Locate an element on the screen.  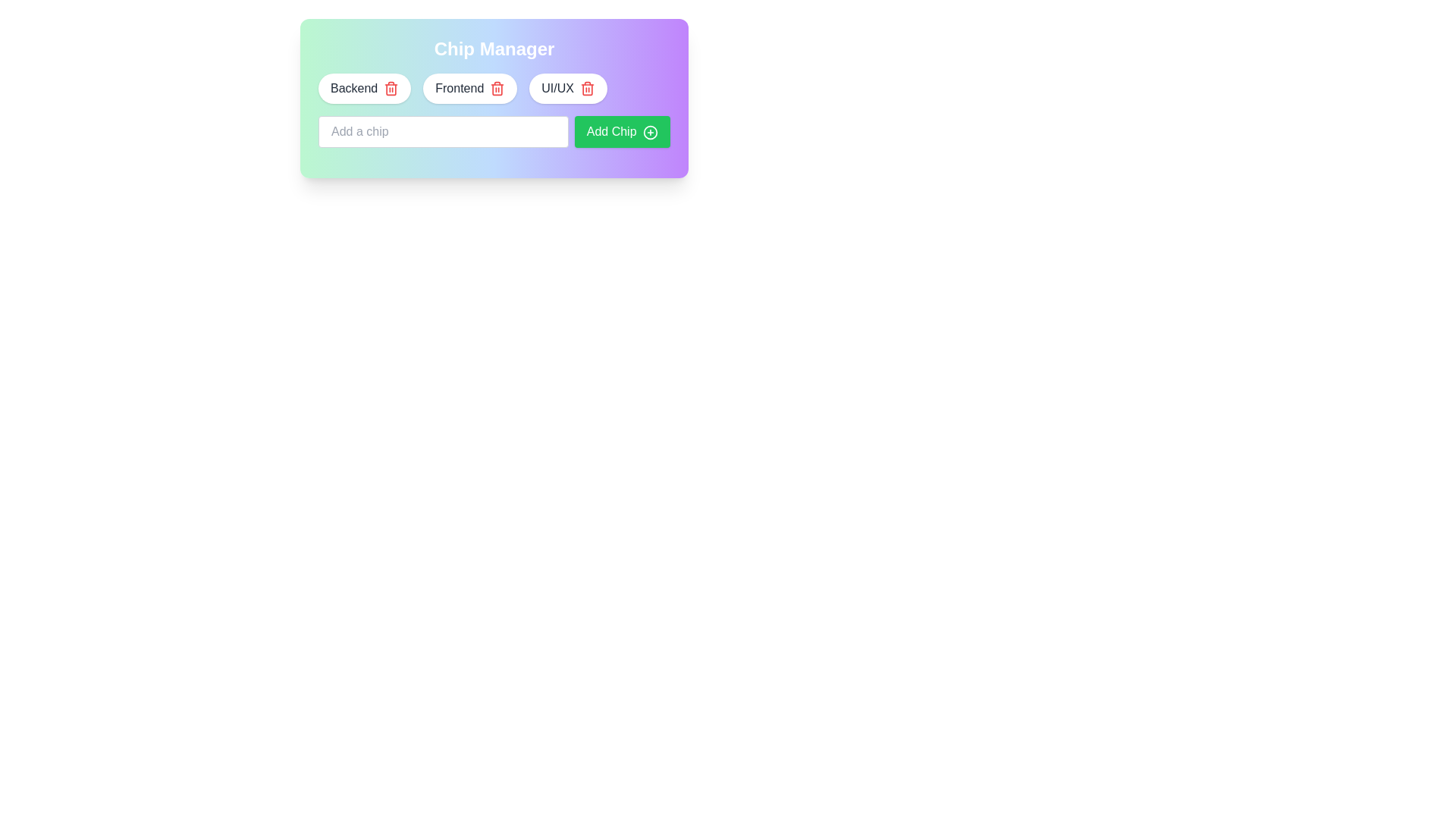
the red trash icon on the 'UI/UX' interactive chip is located at coordinates (567, 88).